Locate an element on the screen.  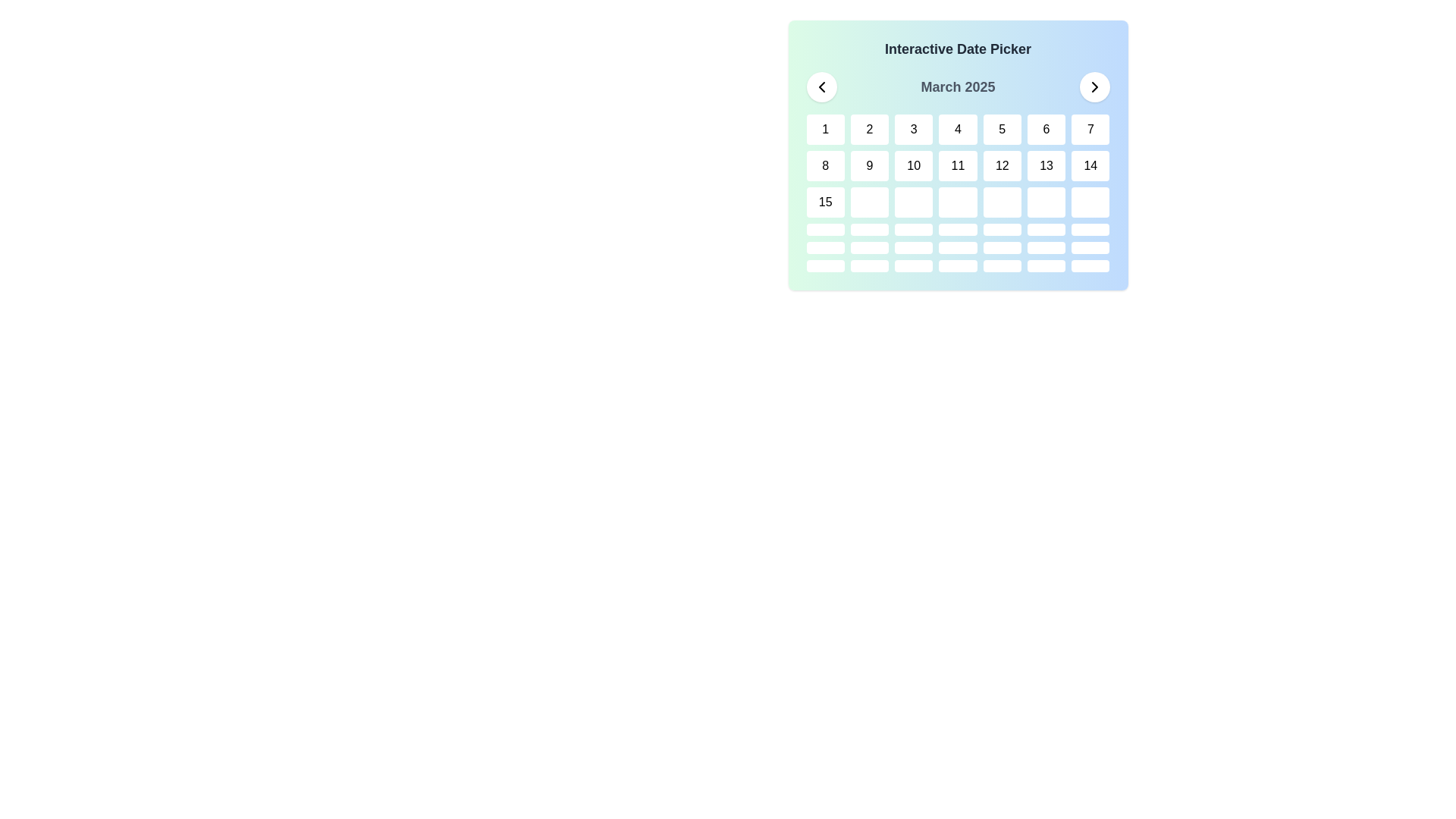
the button in the date picker located in the fifth row and sixth column is located at coordinates (1046, 230).